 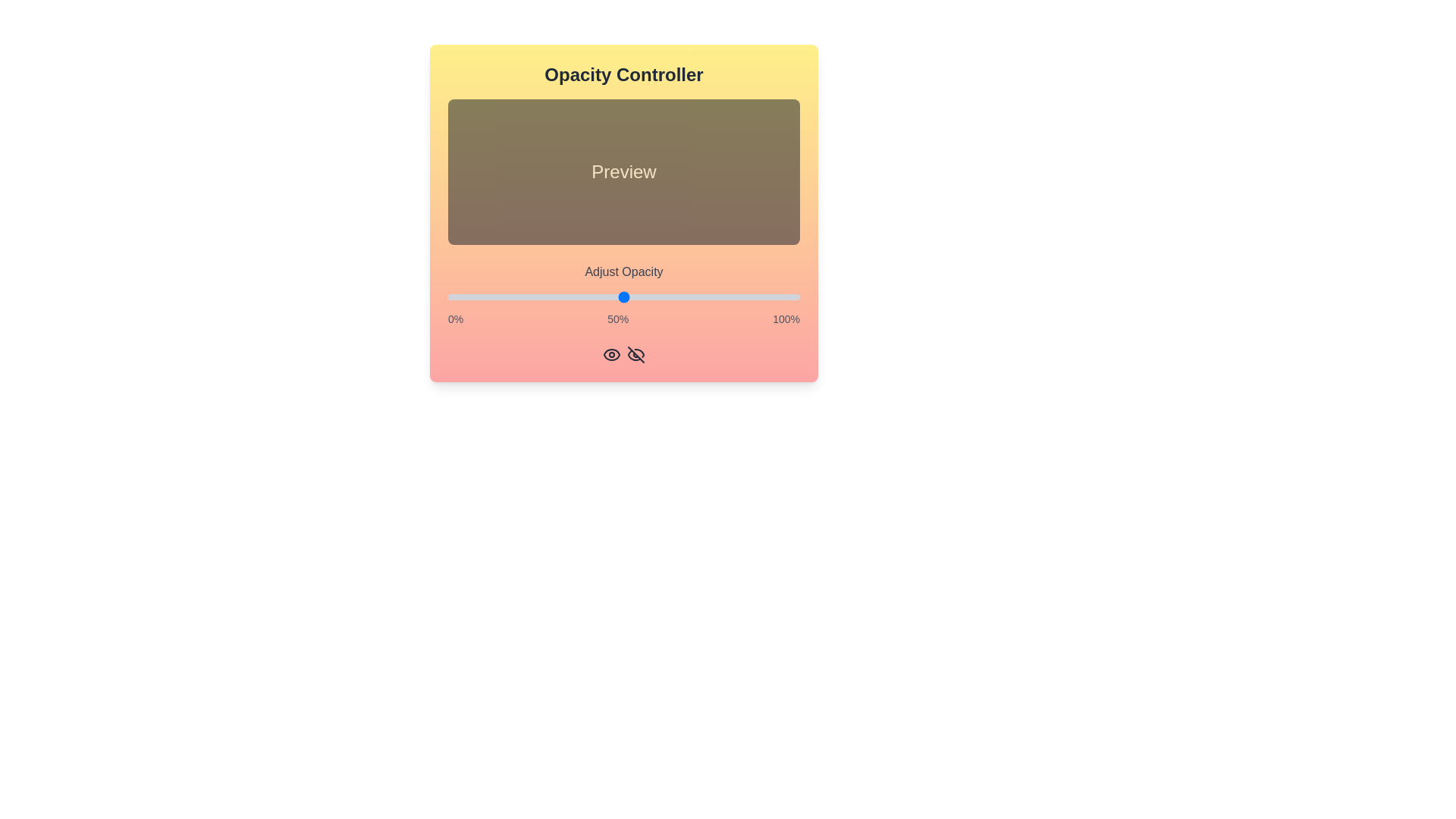 What do you see at coordinates (676, 297) in the screenshot?
I see `the opacity slider to 65%` at bounding box center [676, 297].